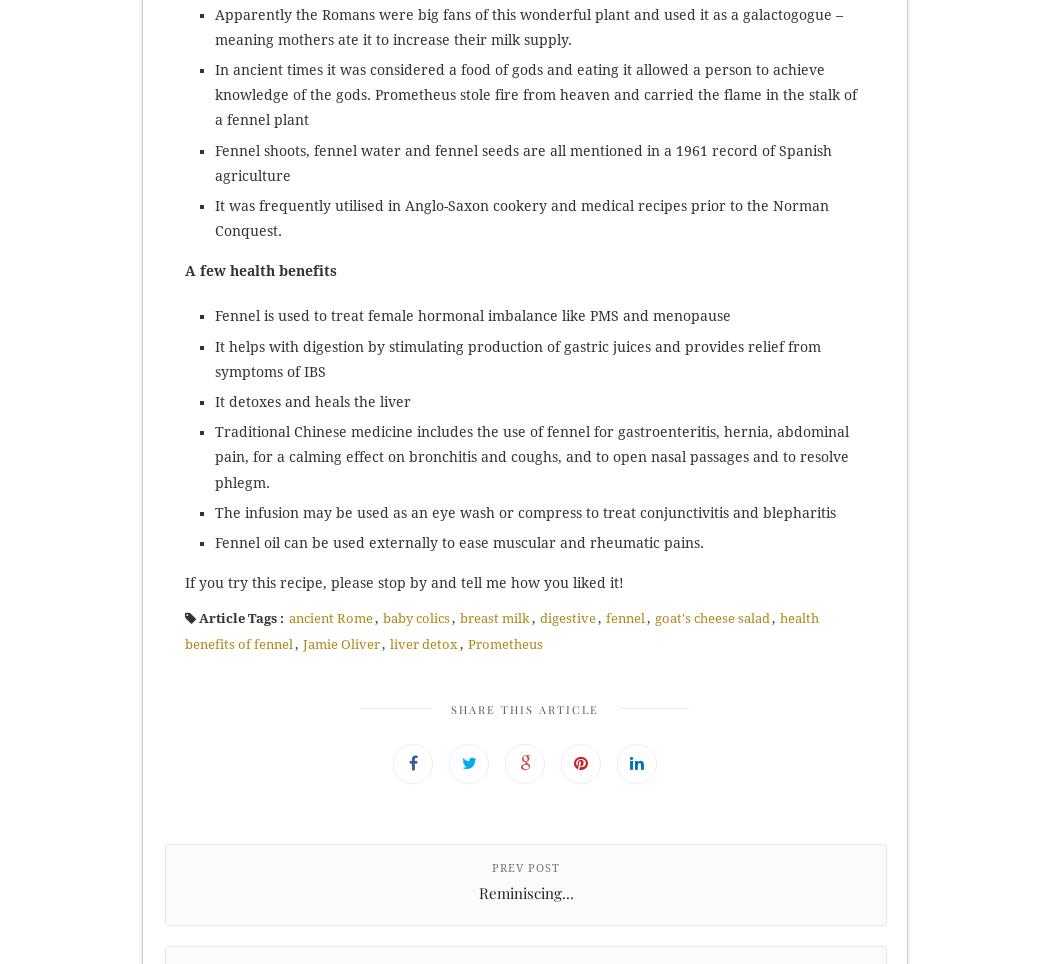  What do you see at coordinates (214, 25) in the screenshot?
I see `'Apparently the Romans were big fans of this wonderful plant and used it as a galactogogue – meaning mothers ate it to increase their milk supply.'` at bounding box center [214, 25].